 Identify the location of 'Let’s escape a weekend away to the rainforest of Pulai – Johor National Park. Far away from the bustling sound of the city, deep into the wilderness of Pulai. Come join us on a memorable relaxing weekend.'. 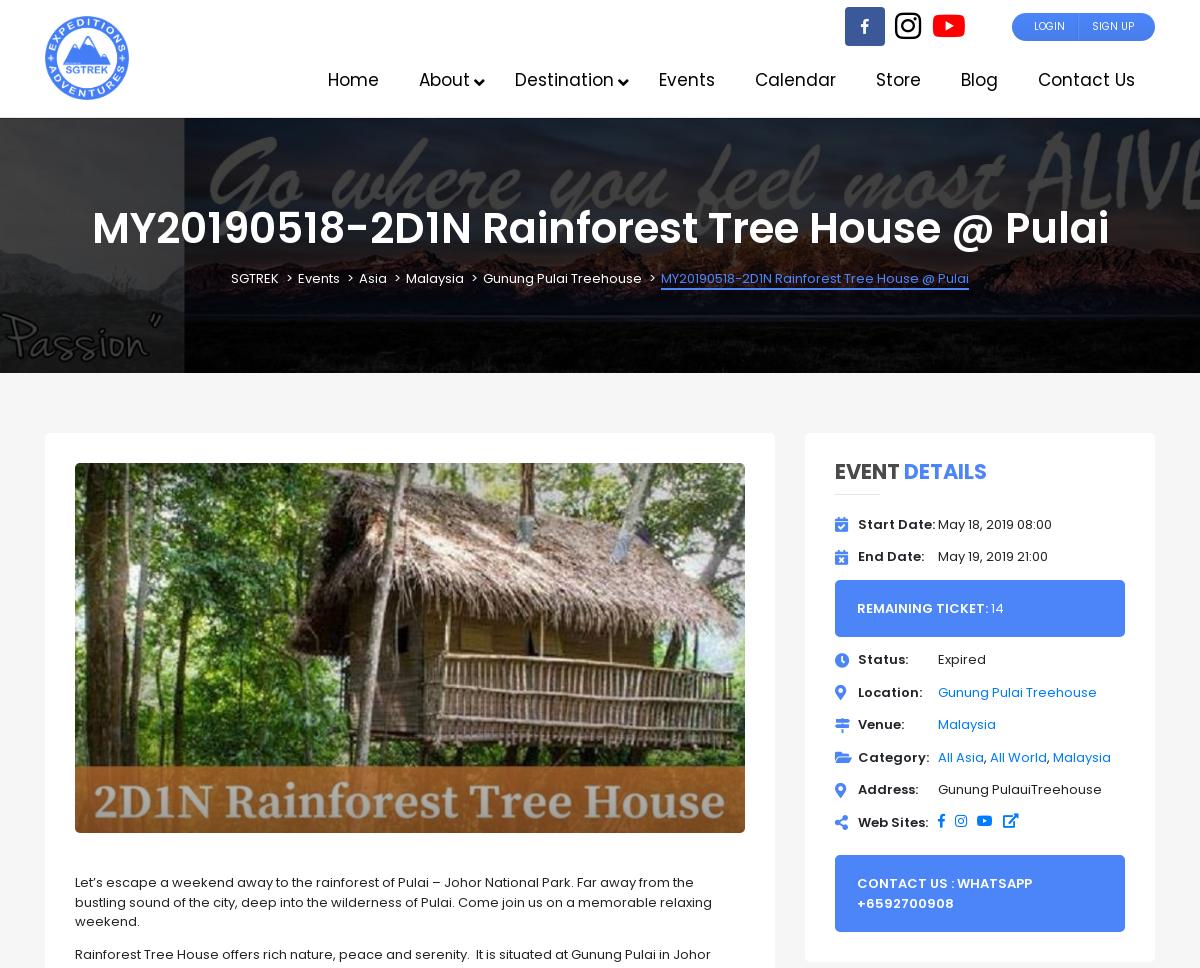
(393, 901).